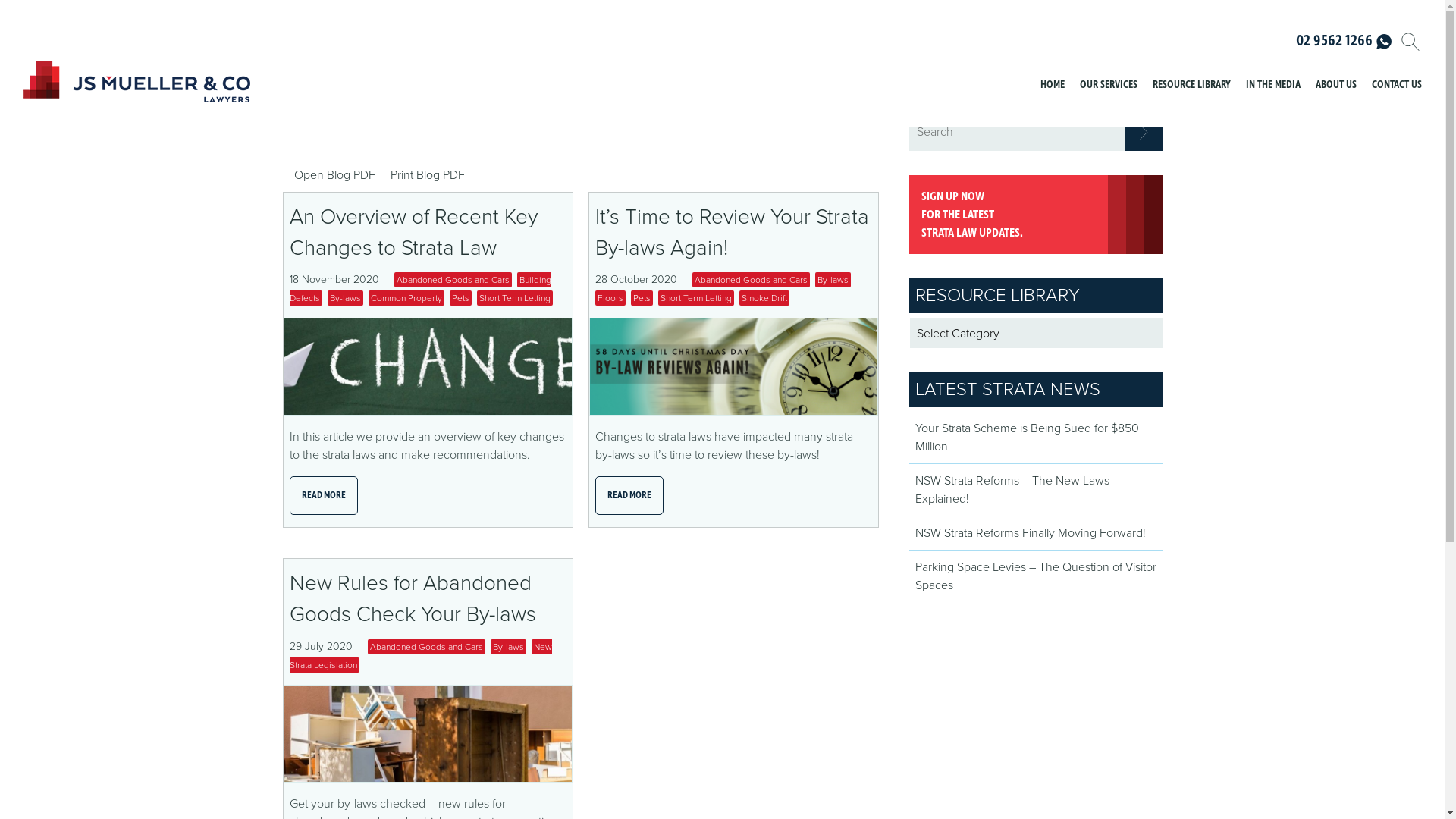  I want to click on 'Open Blog PDF', so click(334, 174).